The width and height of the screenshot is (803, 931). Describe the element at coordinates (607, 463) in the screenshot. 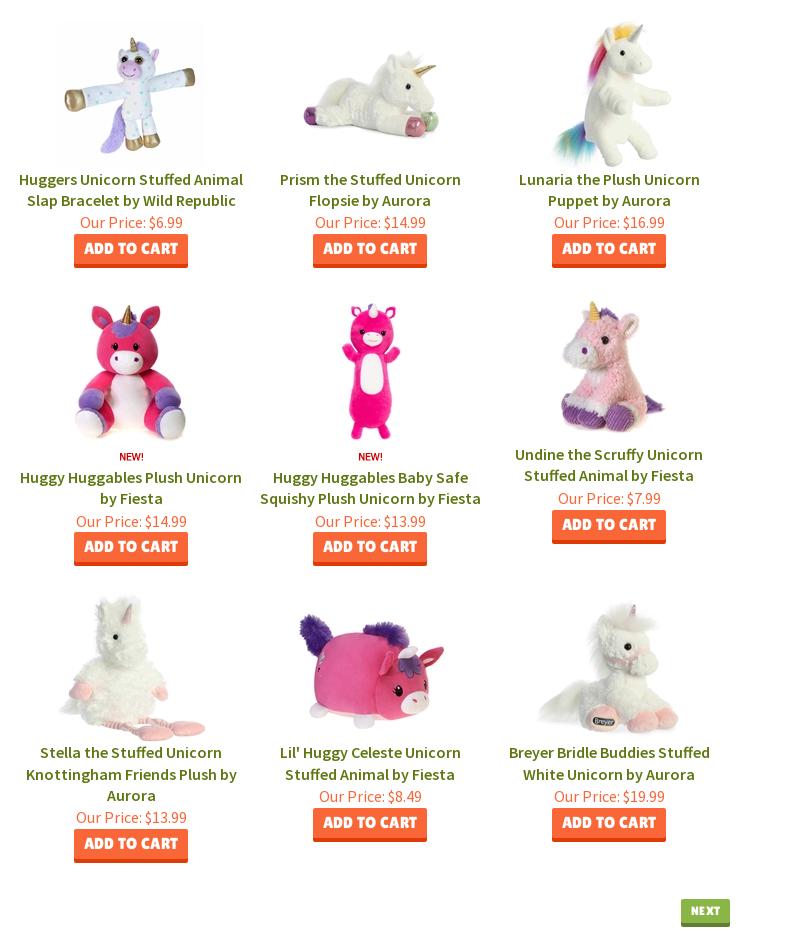

I see `'Undine the Scruffy Unicorn Stuffed Animal by Fiesta'` at that location.